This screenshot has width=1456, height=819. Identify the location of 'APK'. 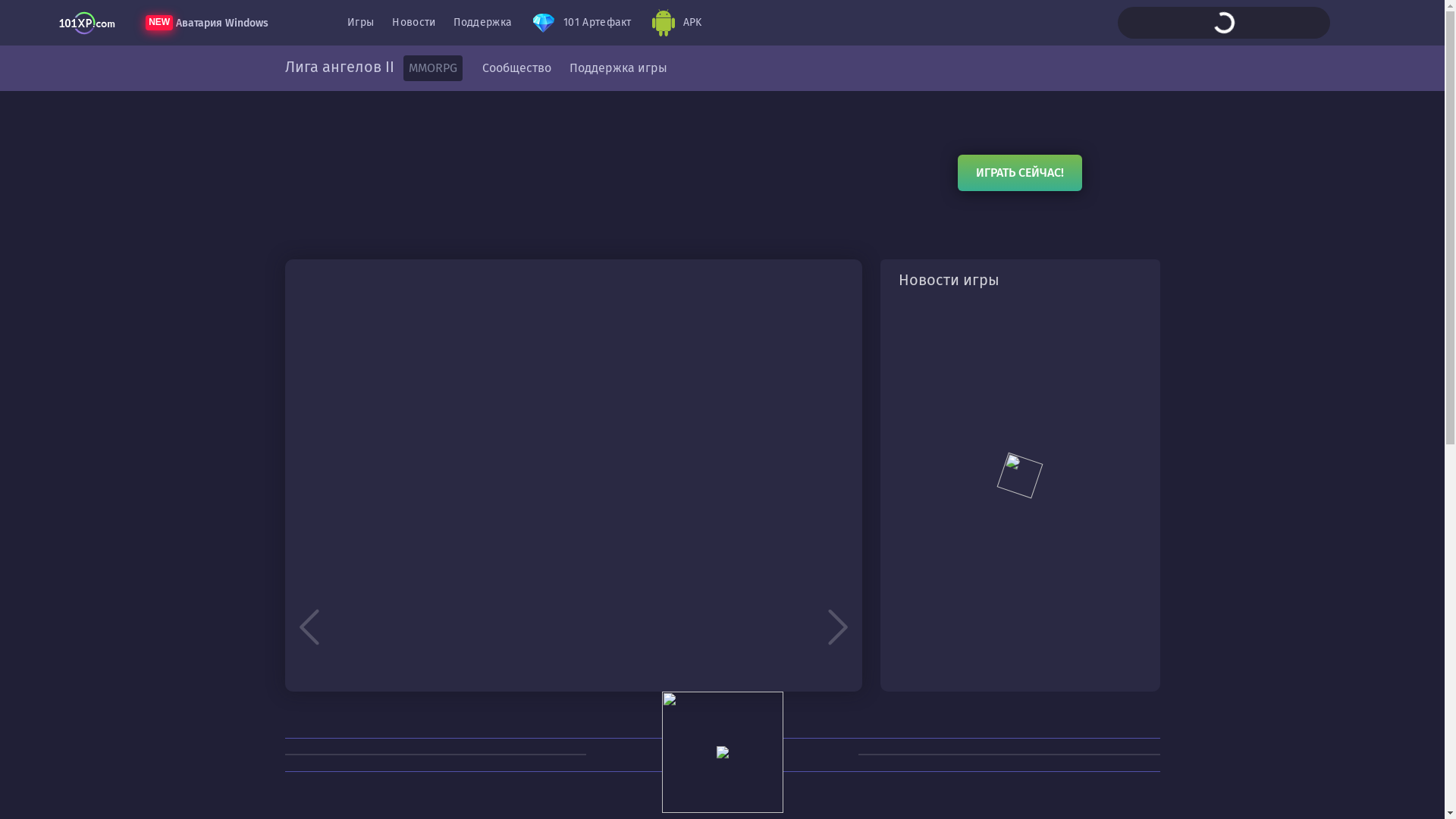
(640, 23).